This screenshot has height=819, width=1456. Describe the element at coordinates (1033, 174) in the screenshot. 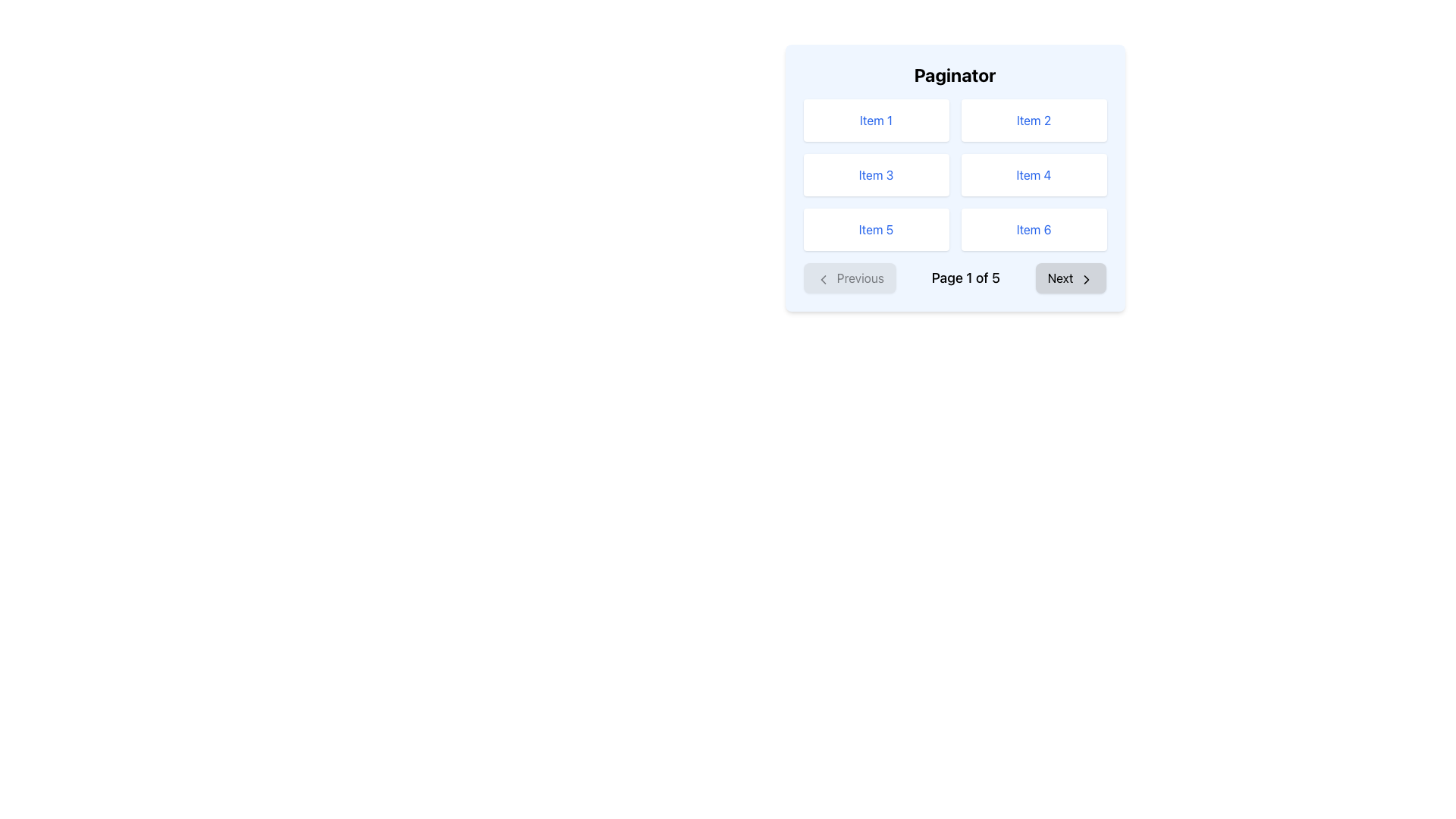

I see `the text label with blue text reading 'Item 4', which is a white rectangular box with rounded corners located in the second column of the second row of a grid layout` at that location.